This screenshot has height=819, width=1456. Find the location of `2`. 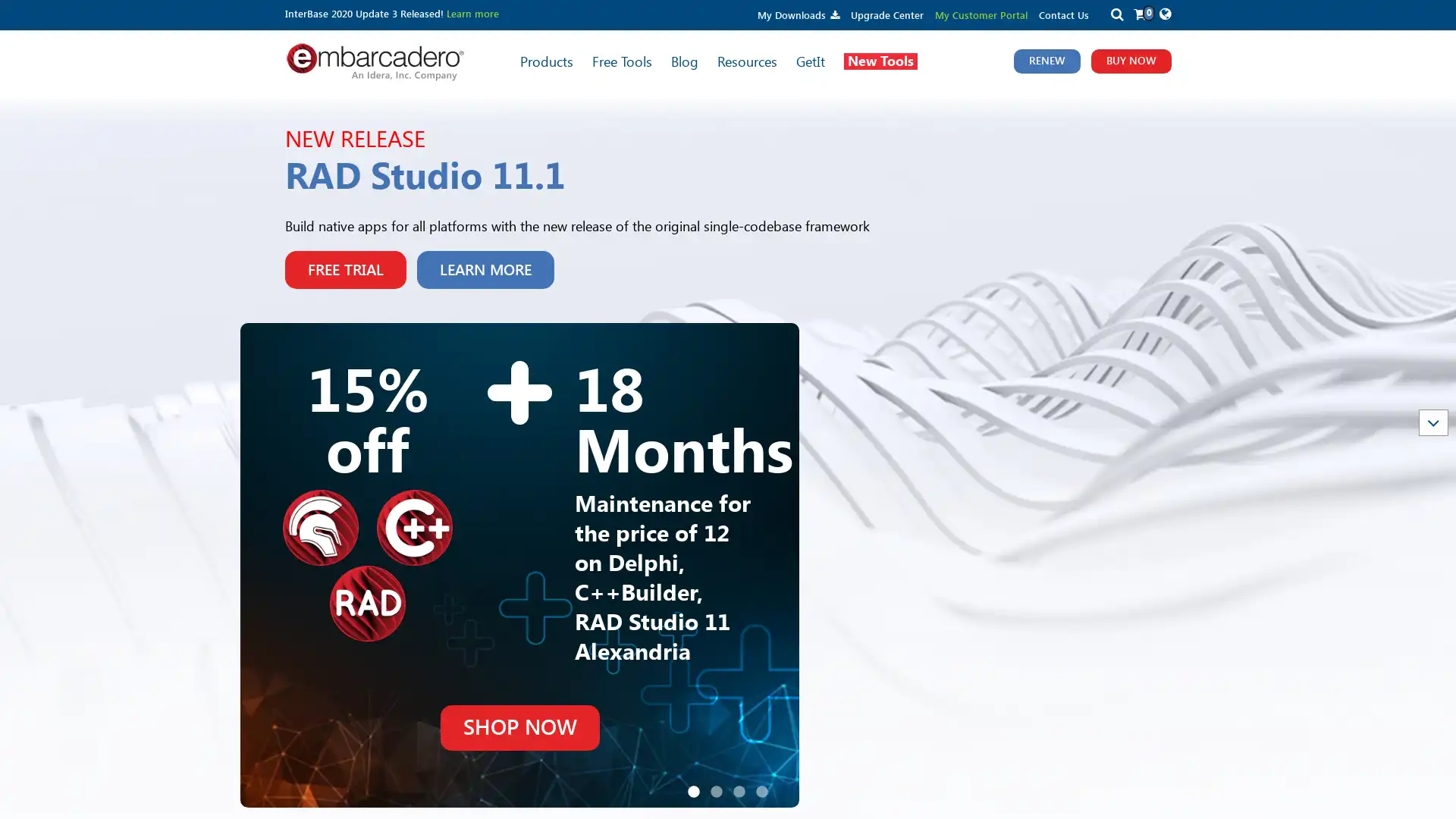

2 is located at coordinates (716, 644).